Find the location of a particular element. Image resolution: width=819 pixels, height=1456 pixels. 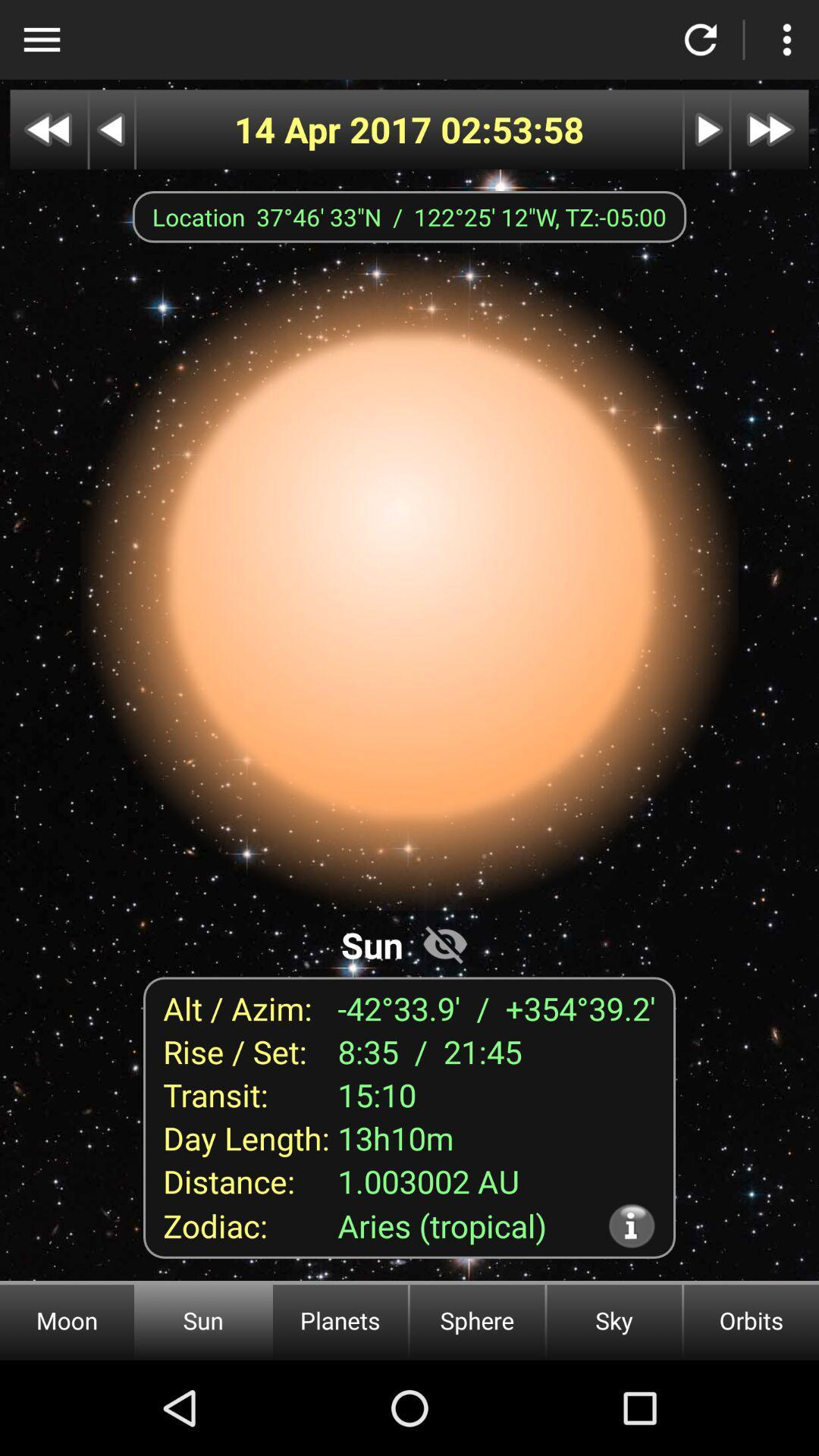

item to the right of the aries (tropical) app is located at coordinates (632, 1225).